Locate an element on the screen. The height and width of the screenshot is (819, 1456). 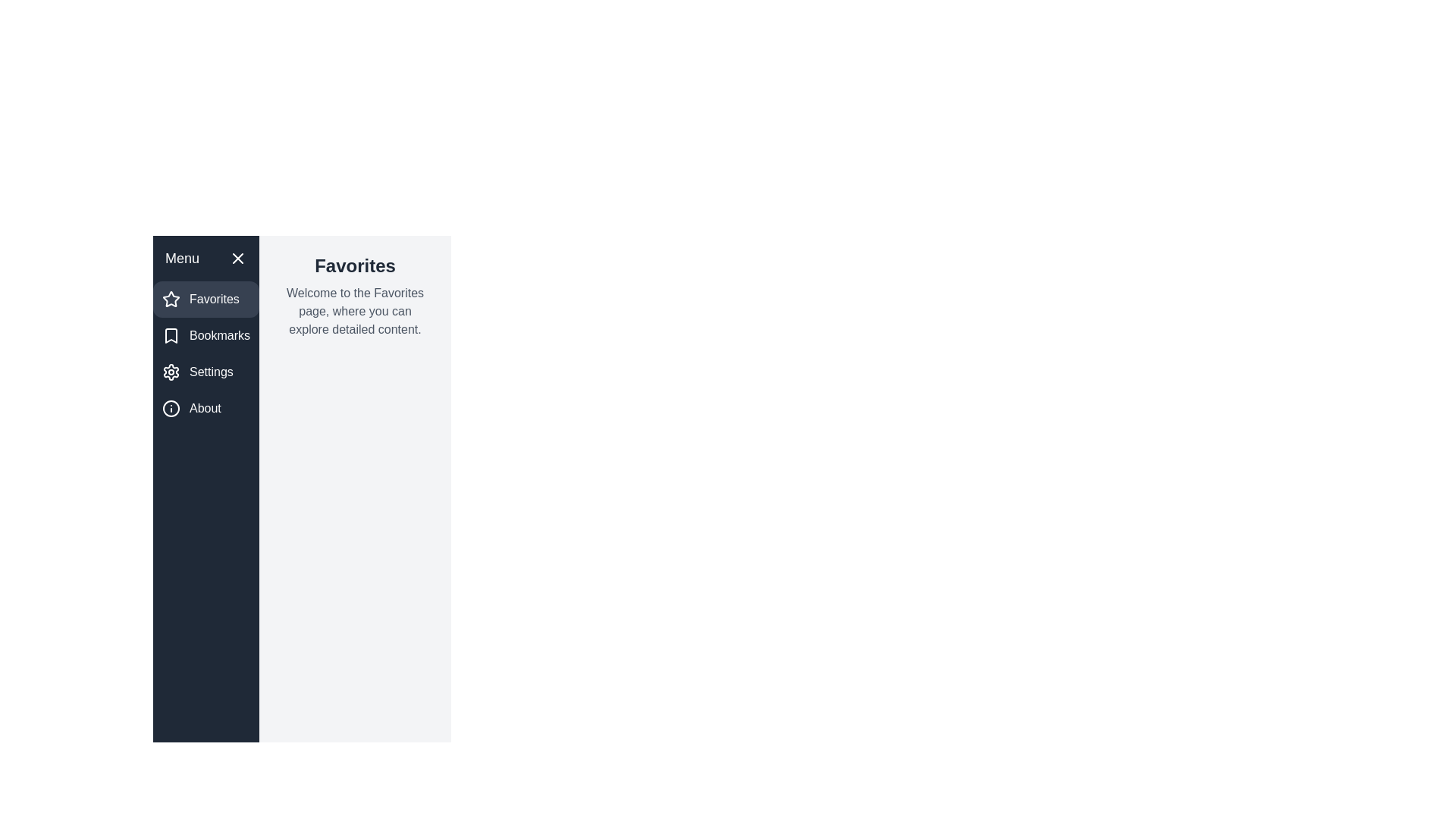
the 'About' button, which is the fourth item in the vertical menu on the left is located at coordinates (206, 408).